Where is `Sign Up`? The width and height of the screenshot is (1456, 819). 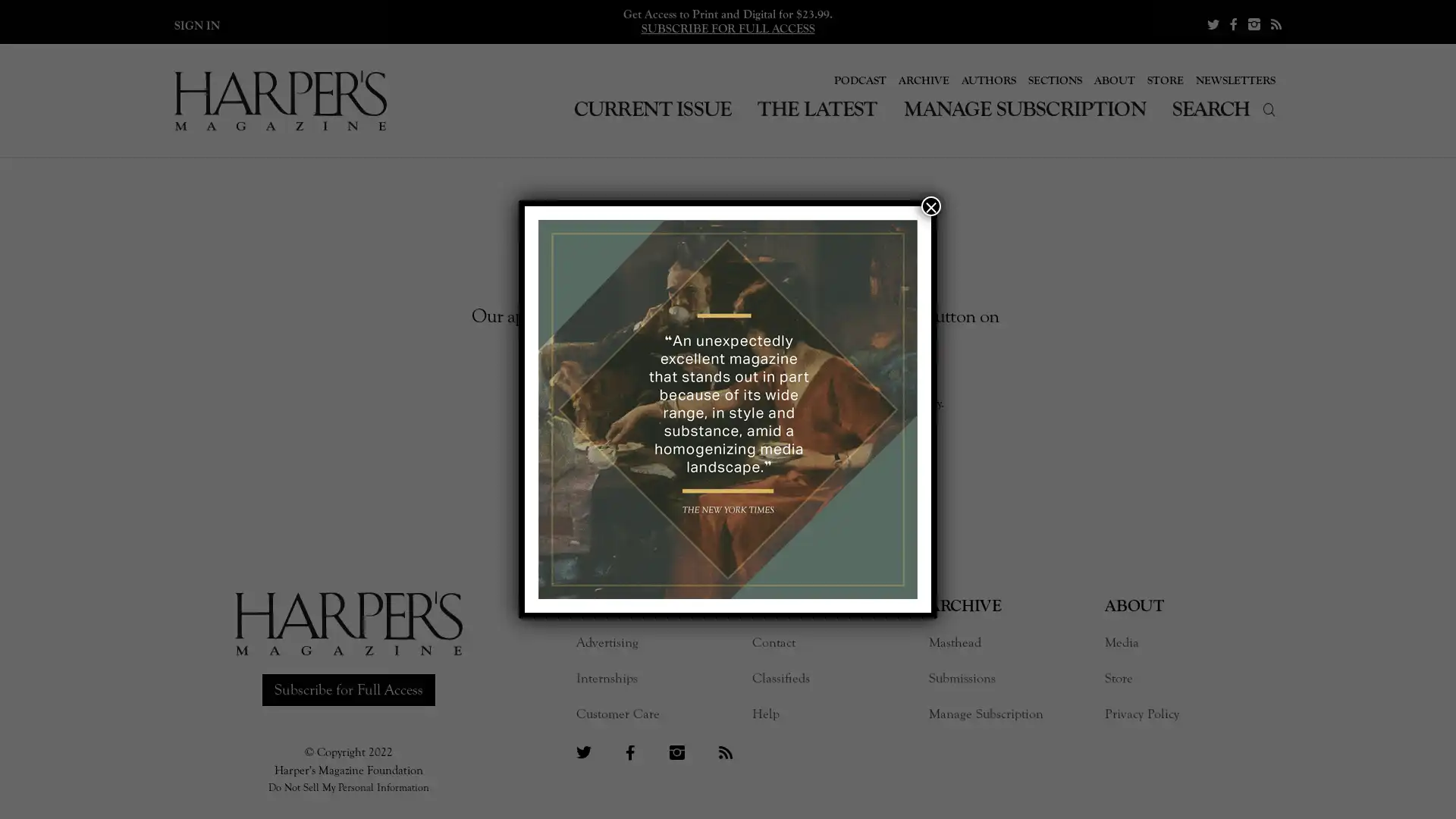
Sign Up is located at coordinates (811, 435).